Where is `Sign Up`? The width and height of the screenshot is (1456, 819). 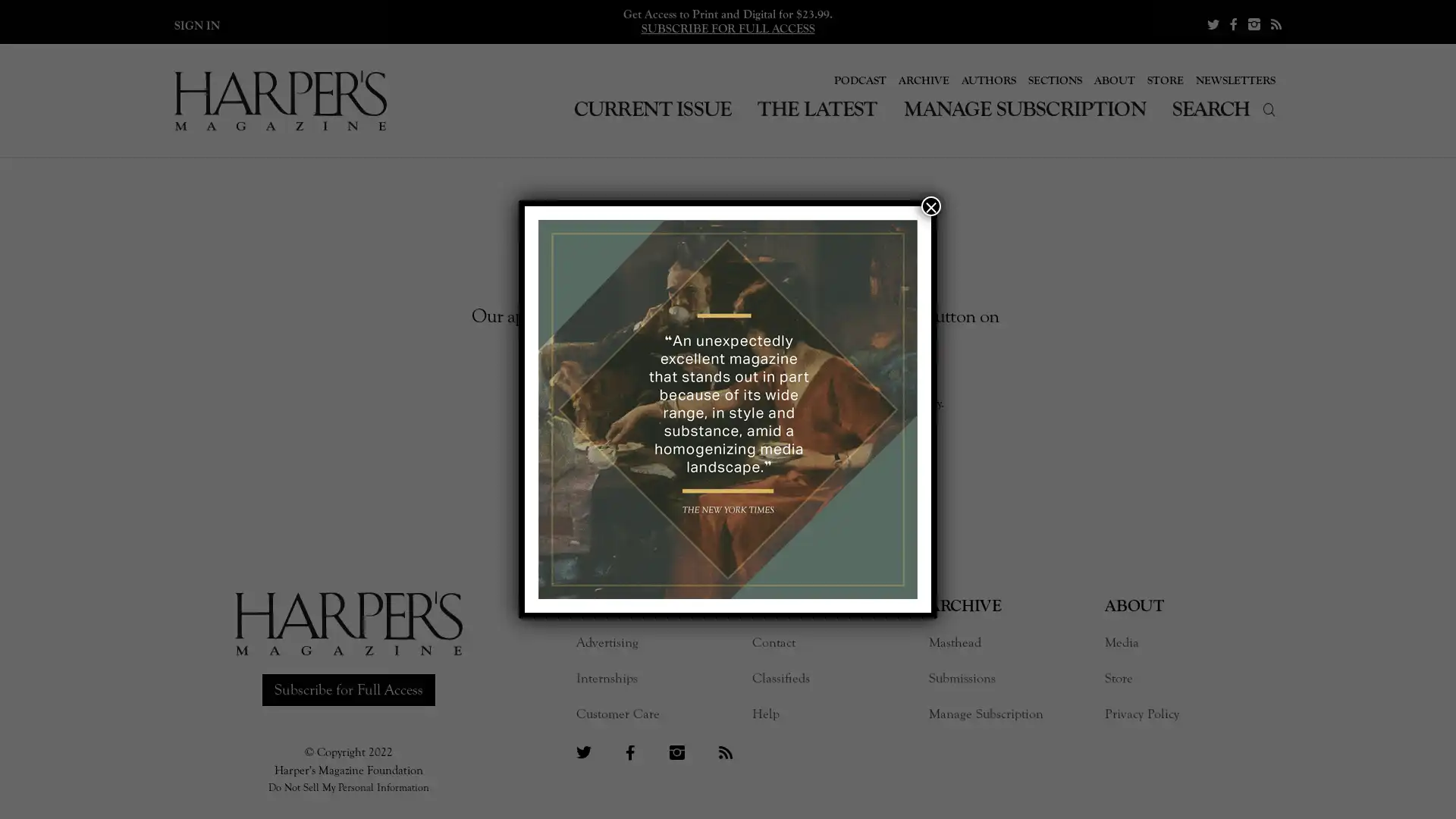
Sign Up is located at coordinates (811, 435).